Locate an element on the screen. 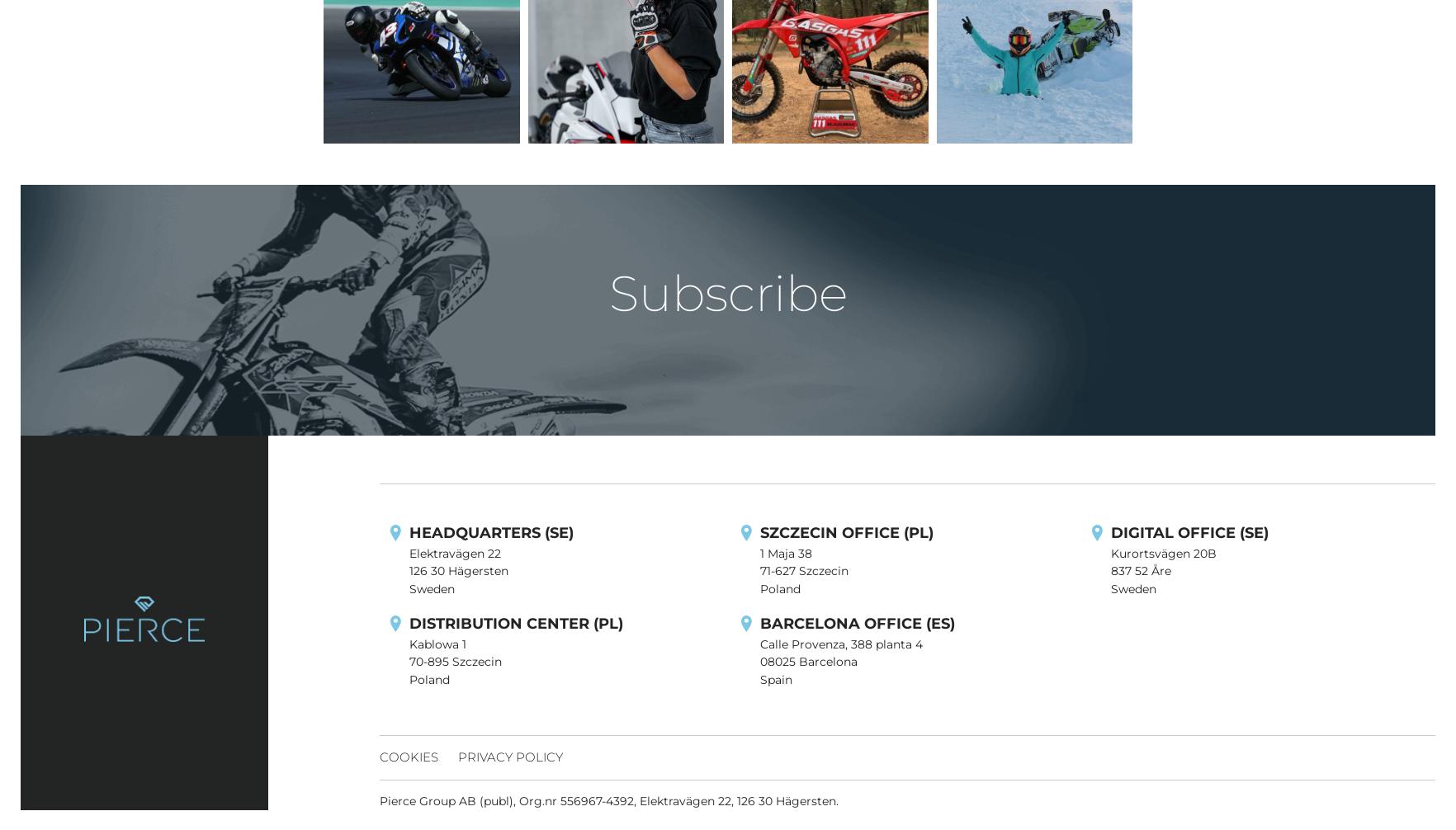  'Subscribe' is located at coordinates (727, 292).